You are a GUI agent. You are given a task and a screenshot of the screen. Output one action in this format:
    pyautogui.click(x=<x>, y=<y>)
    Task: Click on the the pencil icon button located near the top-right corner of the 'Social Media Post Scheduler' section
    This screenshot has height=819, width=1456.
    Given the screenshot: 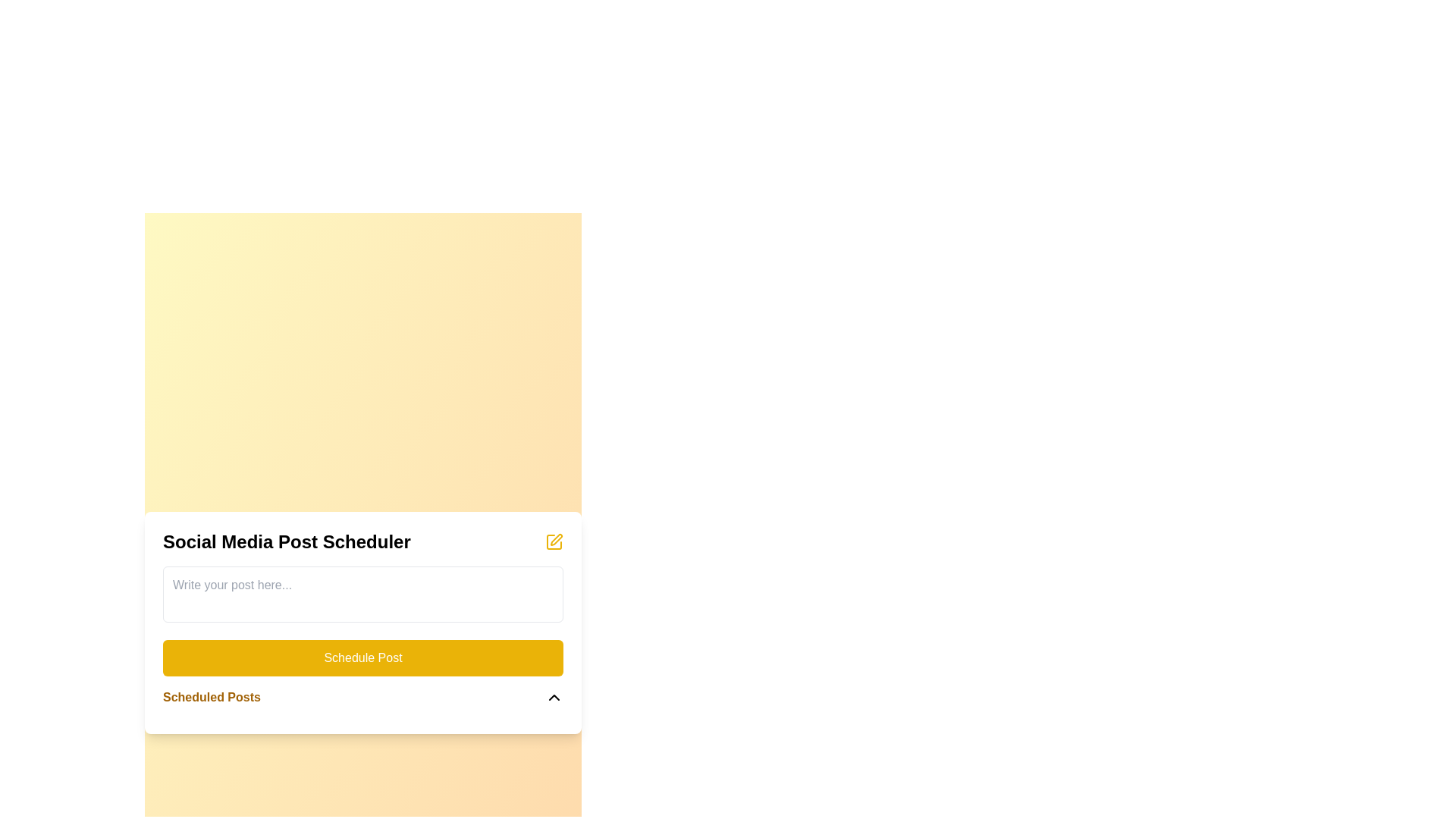 What is the action you would take?
    pyautogui.click(x=553, y=540)
    